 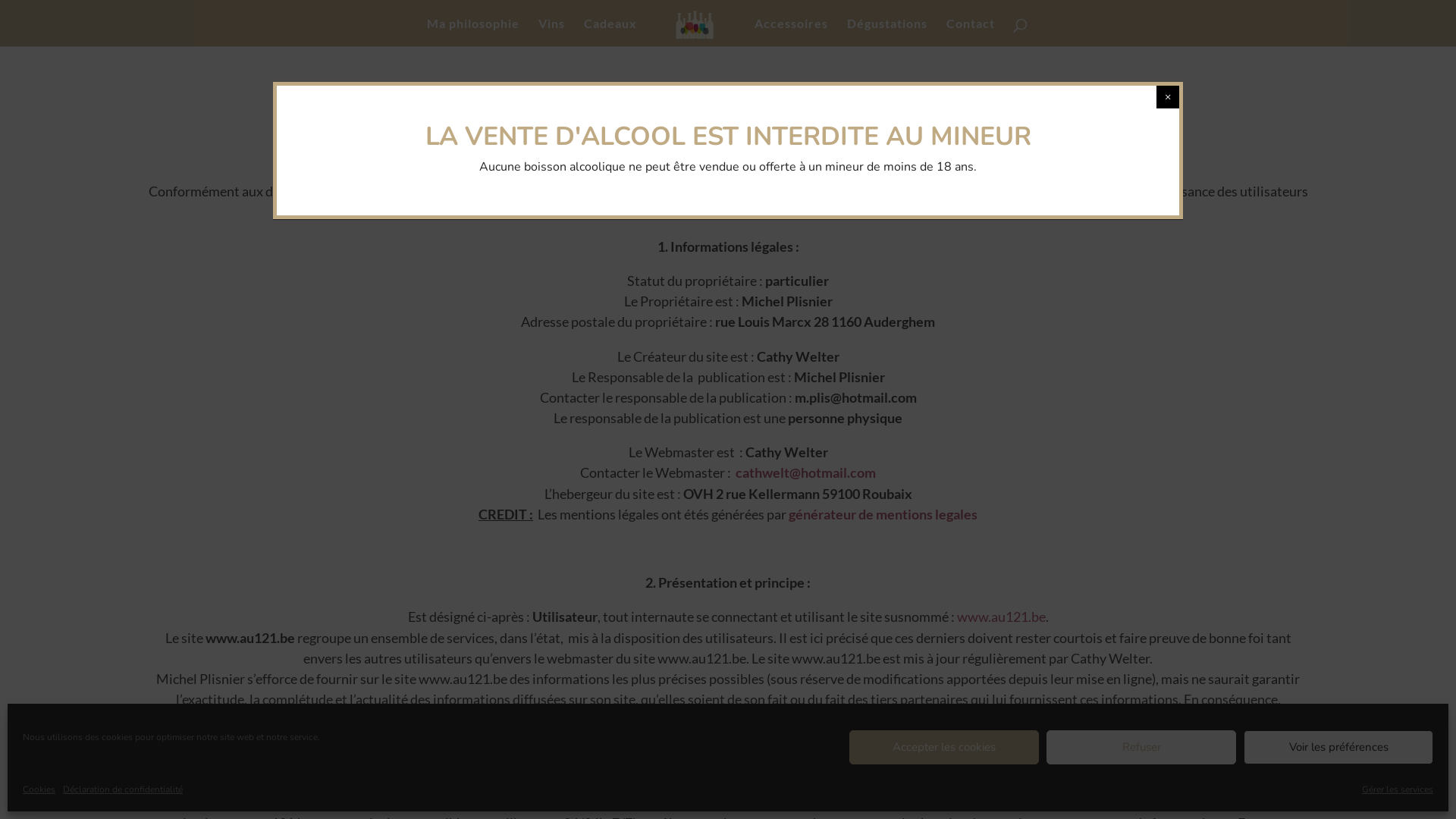 I want to click on 'Ma philosophie', so click(x=425, y=32).